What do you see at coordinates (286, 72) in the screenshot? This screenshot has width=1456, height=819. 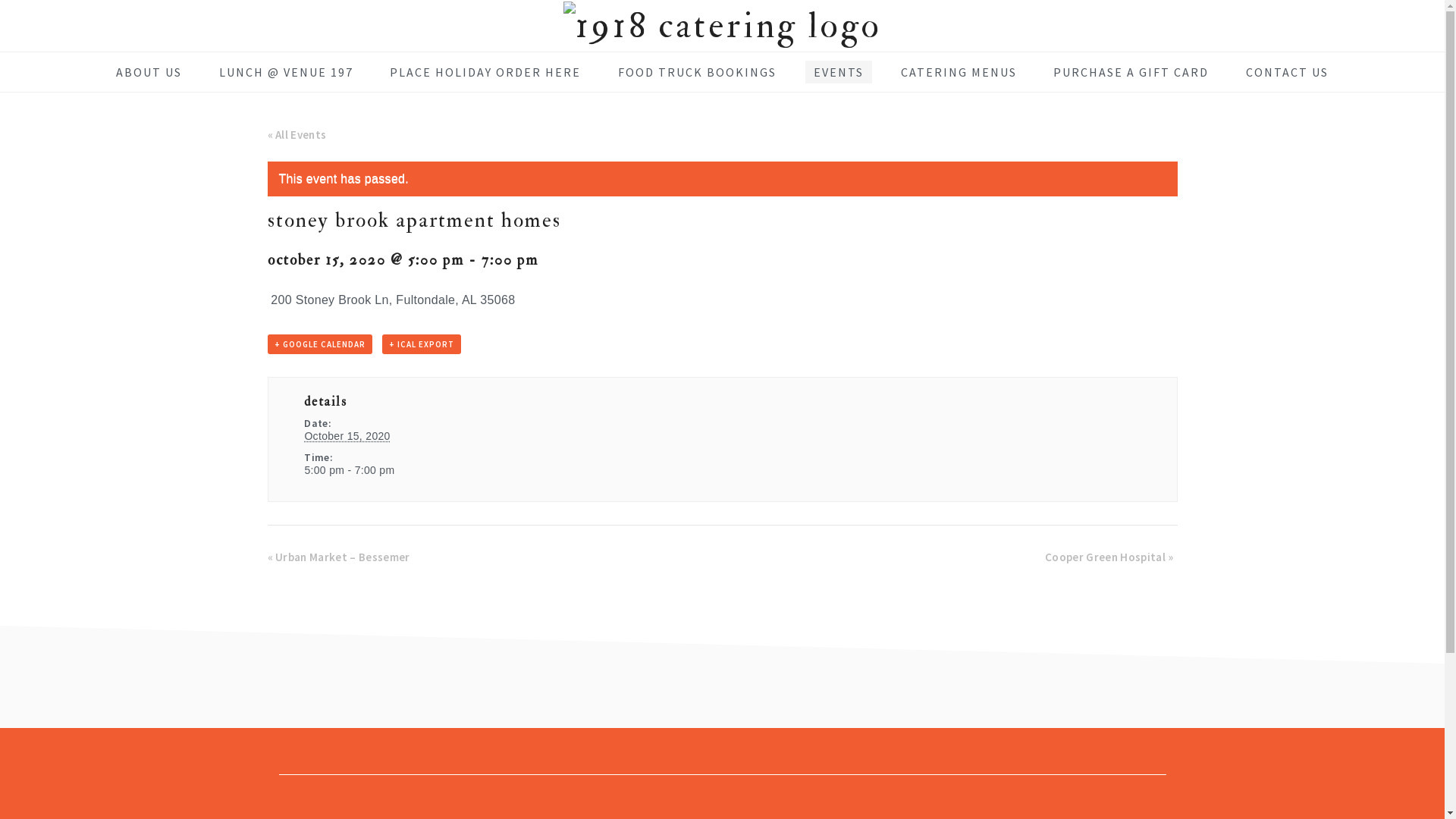 I see `'LUNCH @ VENUE 197'` at bounding box center [286, 72].